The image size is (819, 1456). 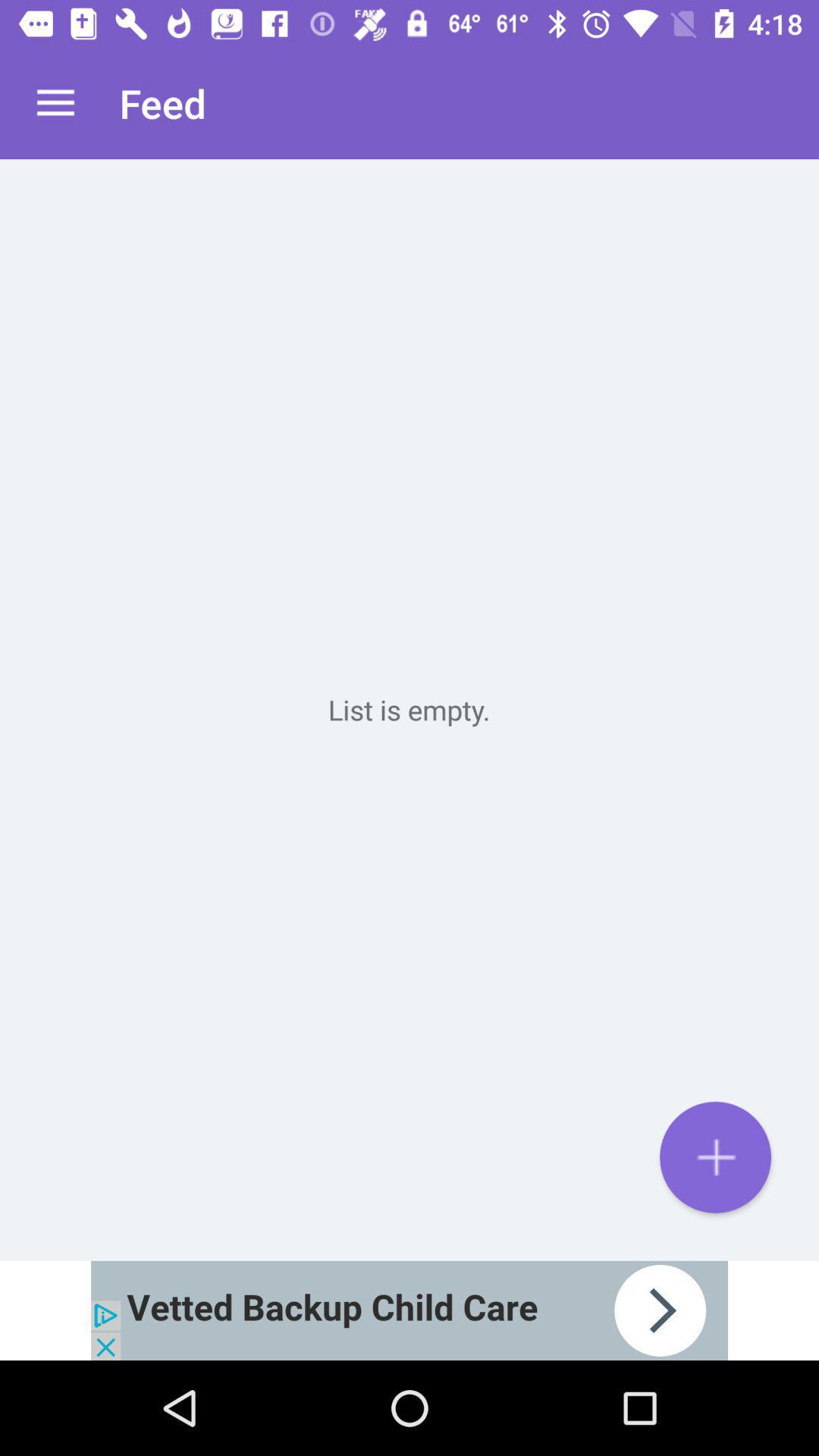 What do you see at coordinates (715, 1156) in the screenshot?
I see `to list` at bounding box center [715, 1156].